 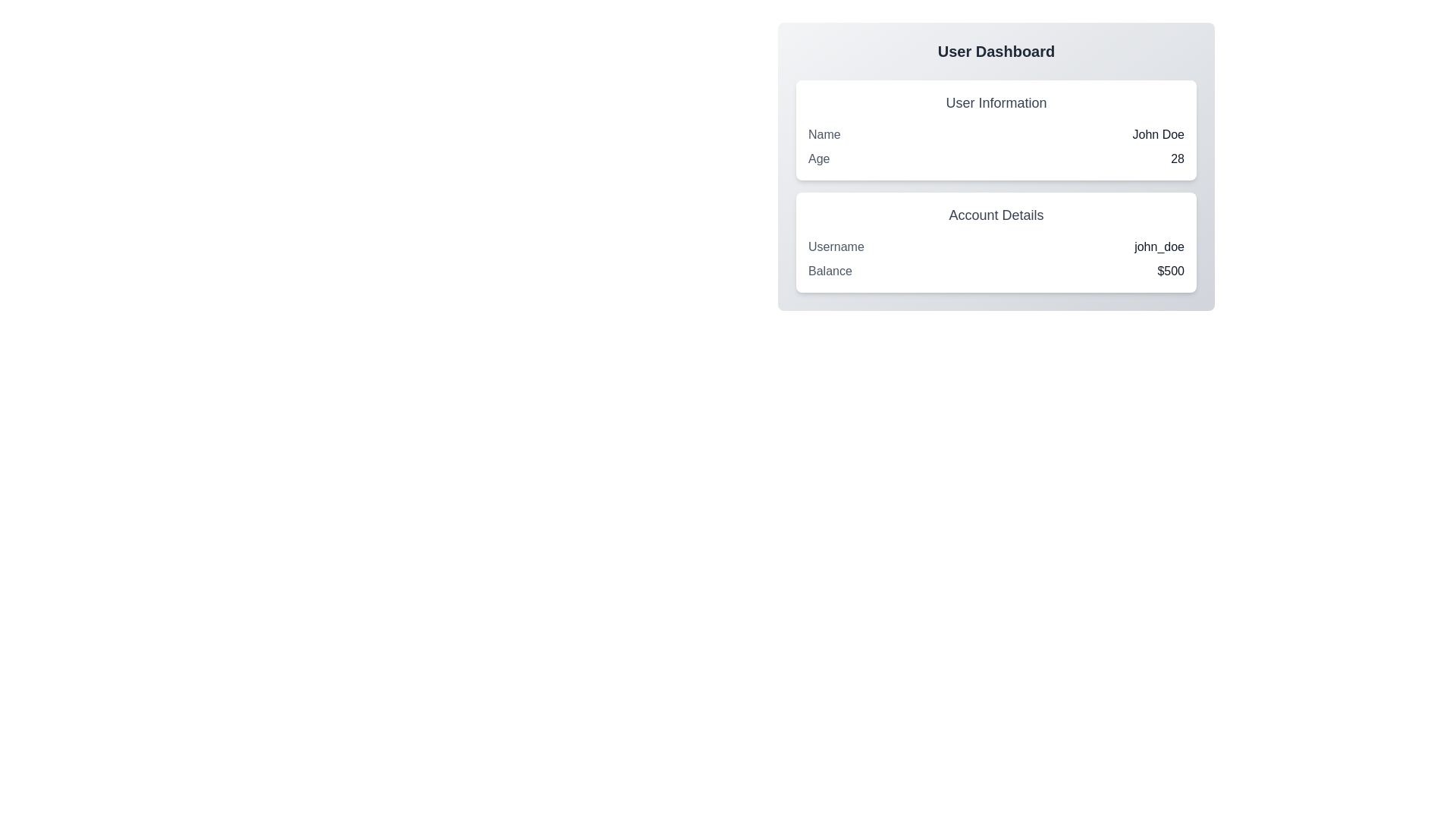 What do you see at coordinates (996, 51) in the screenshot?
I see `the header text element located at the top center of the user dashboard interface` at bounding box center [996, 51].